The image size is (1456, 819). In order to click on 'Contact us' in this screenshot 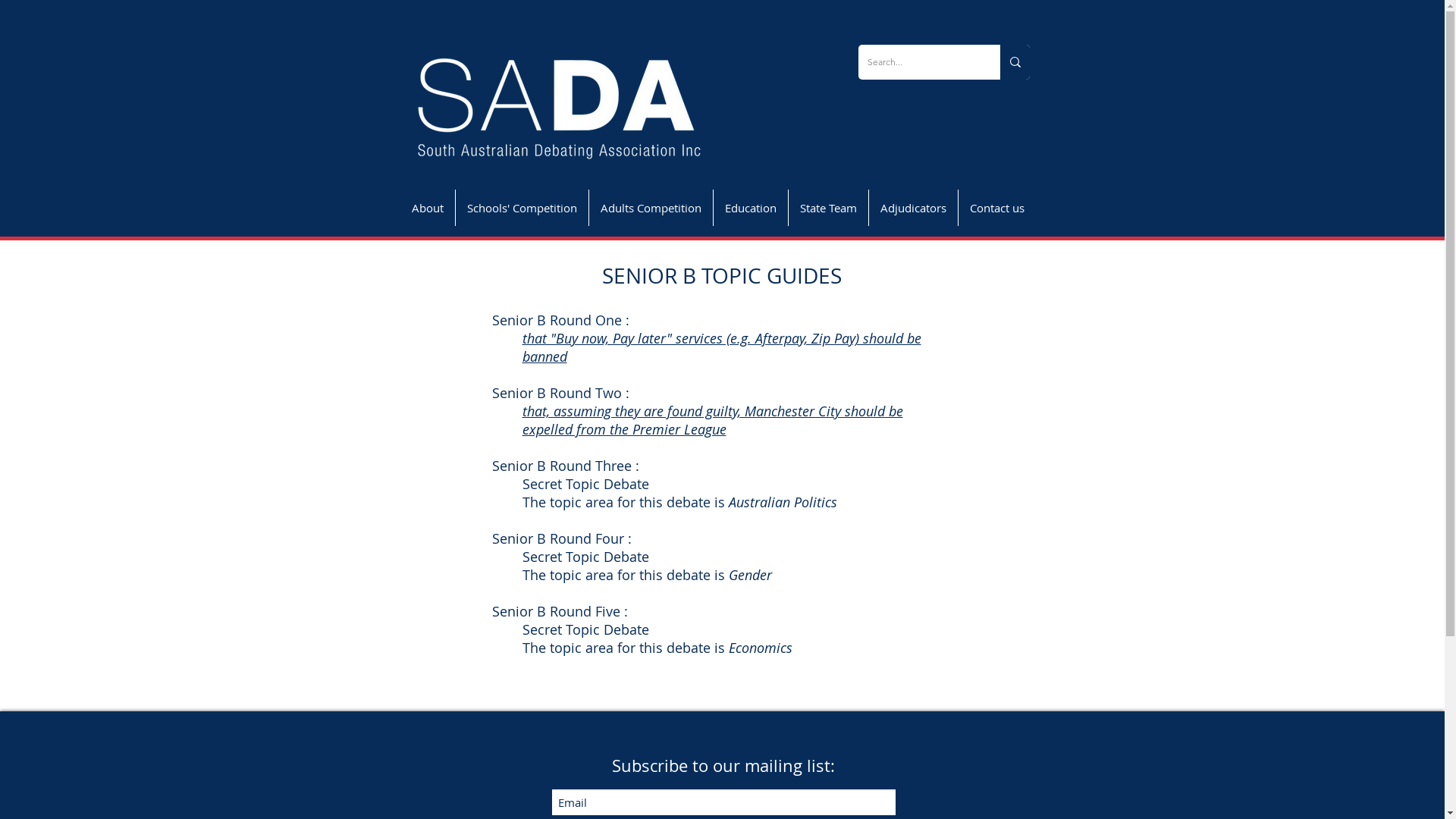, I will do `click(957, 207)`.